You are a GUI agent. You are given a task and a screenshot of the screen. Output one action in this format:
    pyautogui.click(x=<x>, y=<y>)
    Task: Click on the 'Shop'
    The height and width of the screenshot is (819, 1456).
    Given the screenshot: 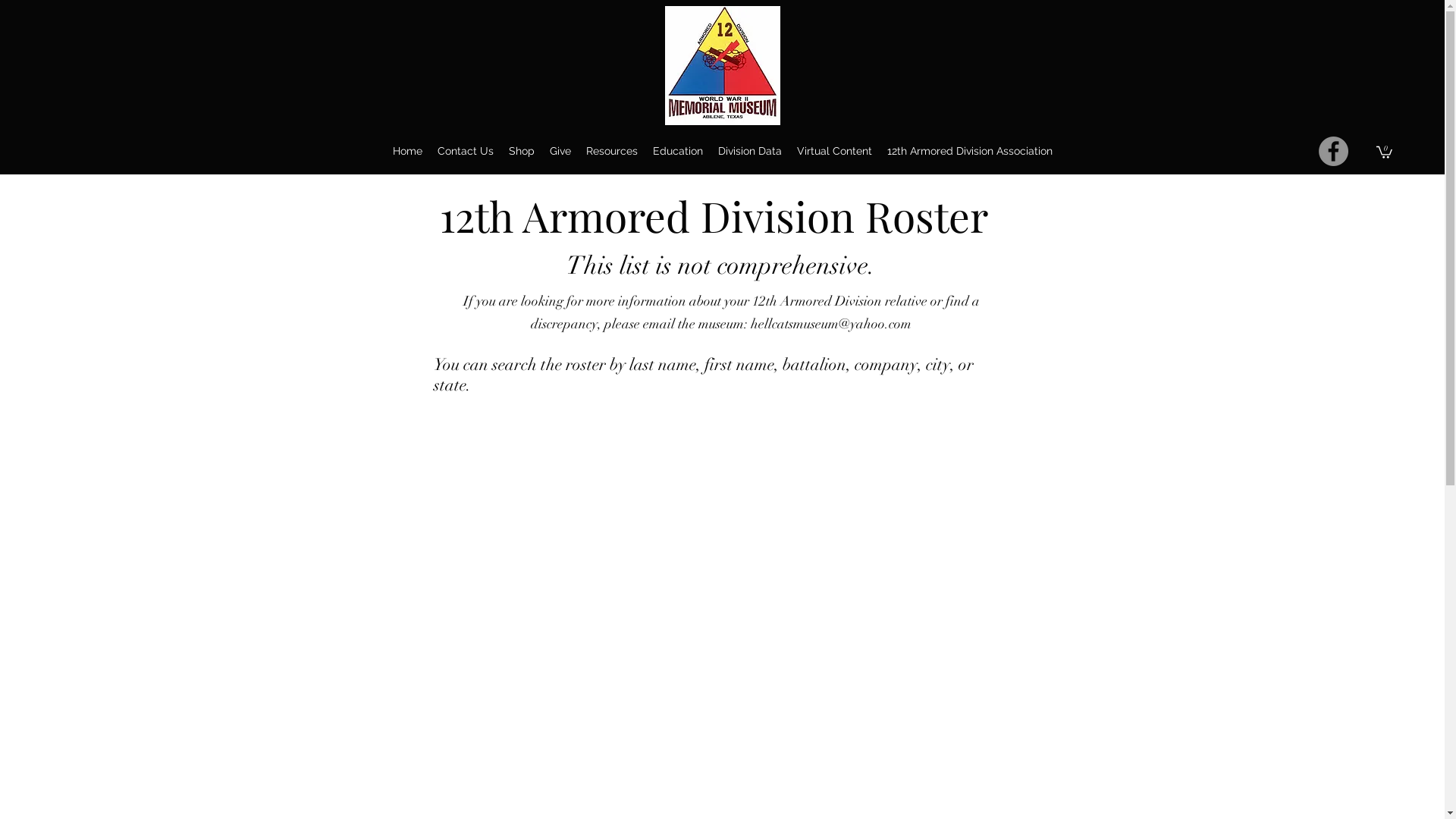 What is the action you would take?
    pyautogui.click(x=520, y=151)
    